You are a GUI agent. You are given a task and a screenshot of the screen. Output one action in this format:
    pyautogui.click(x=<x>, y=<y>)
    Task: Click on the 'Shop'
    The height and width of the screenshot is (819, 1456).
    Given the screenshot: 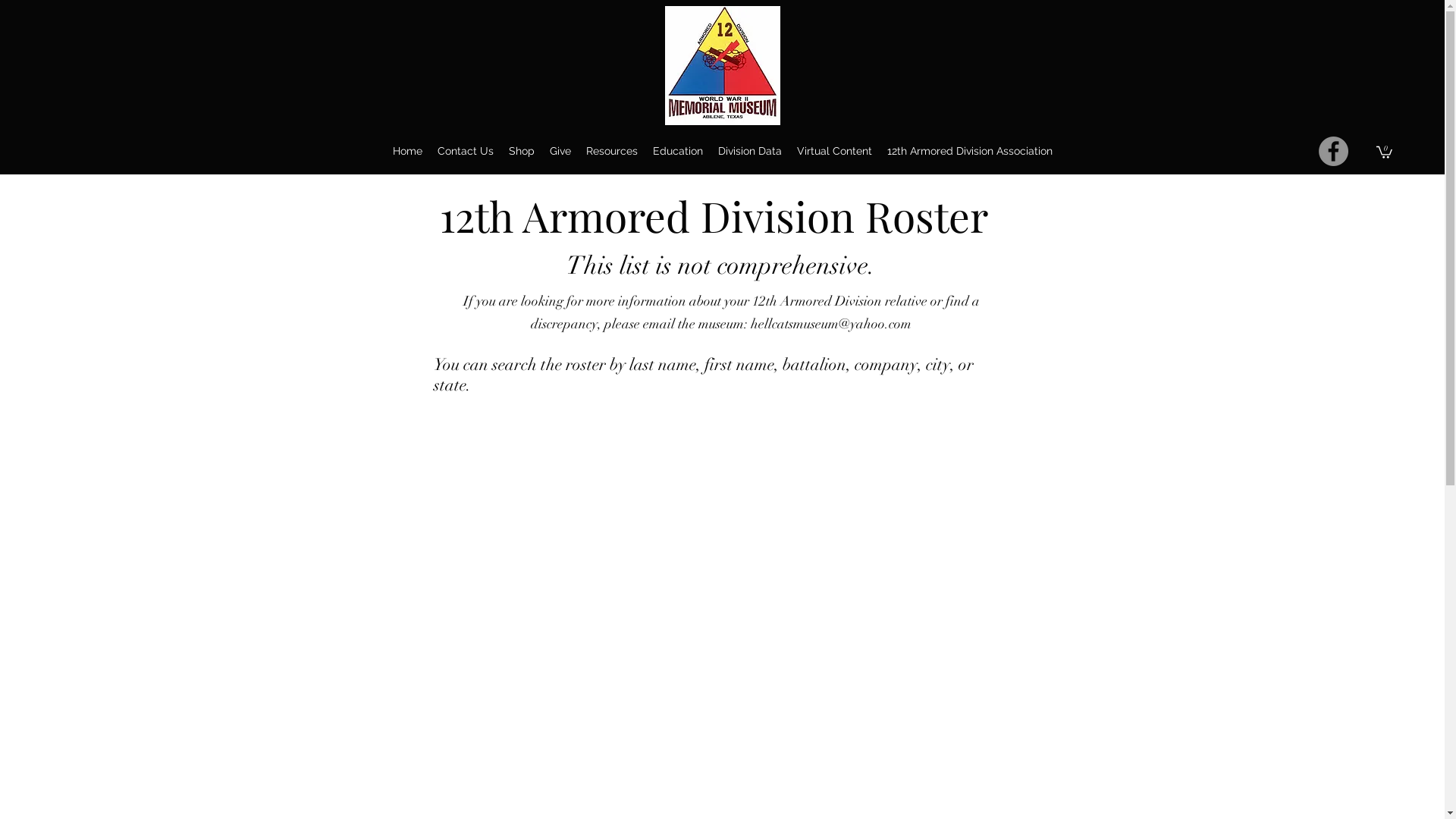 What is the action you would take?
    pyautogui.click(x=520, y=151)
    